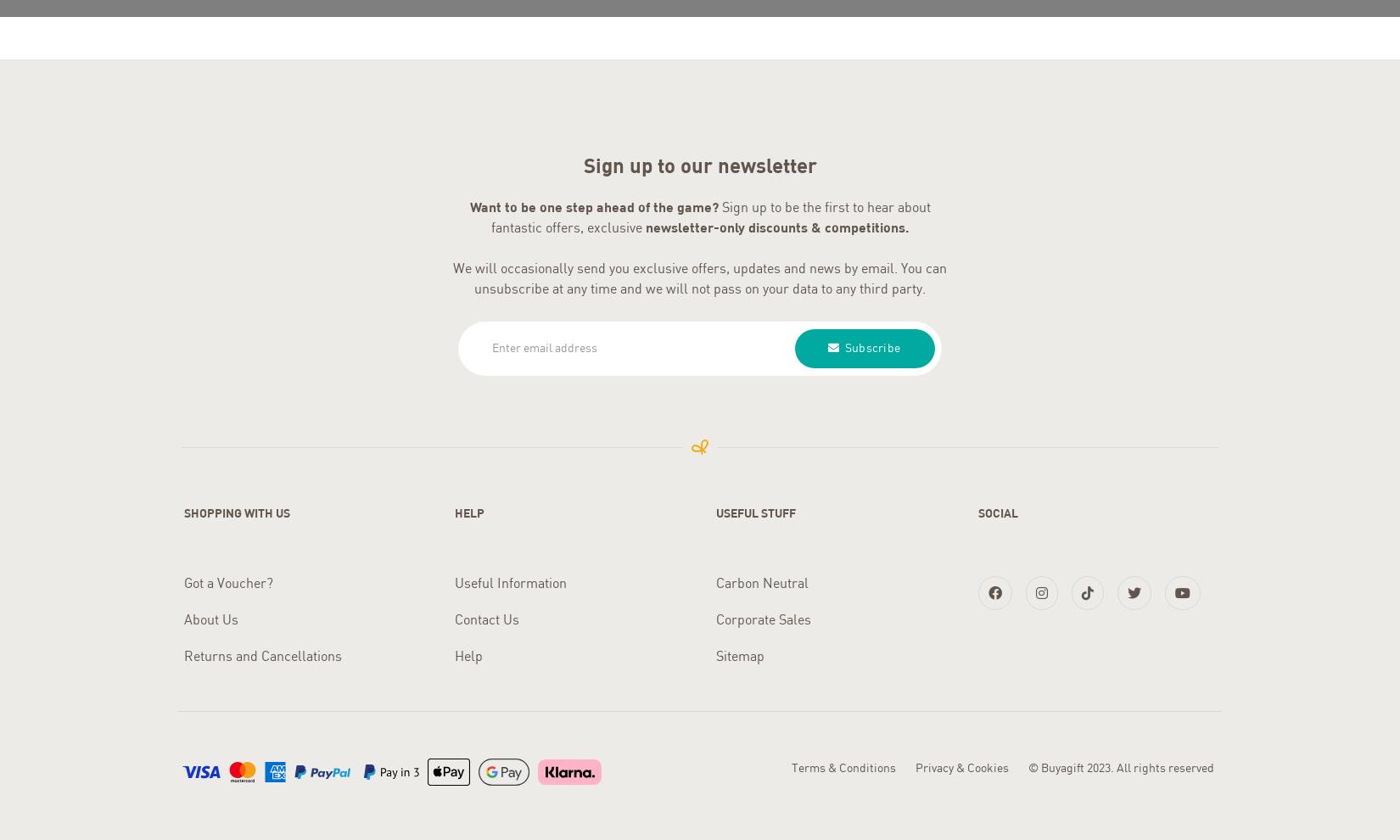  What do you see at coordinates (210, 614) in the screenshot?
I see `'About Us'` at bounding box center [210, 614].